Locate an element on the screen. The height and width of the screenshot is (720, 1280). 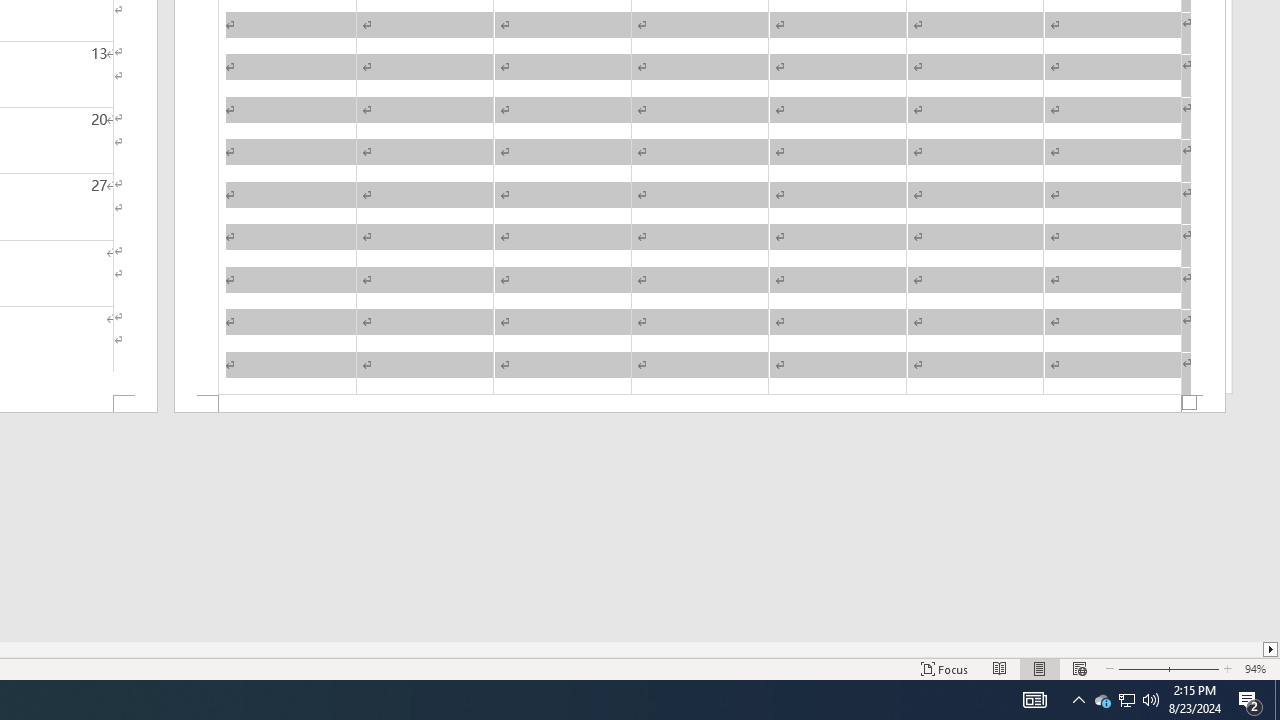
'Column right' is located at coordinates (1270, 649).